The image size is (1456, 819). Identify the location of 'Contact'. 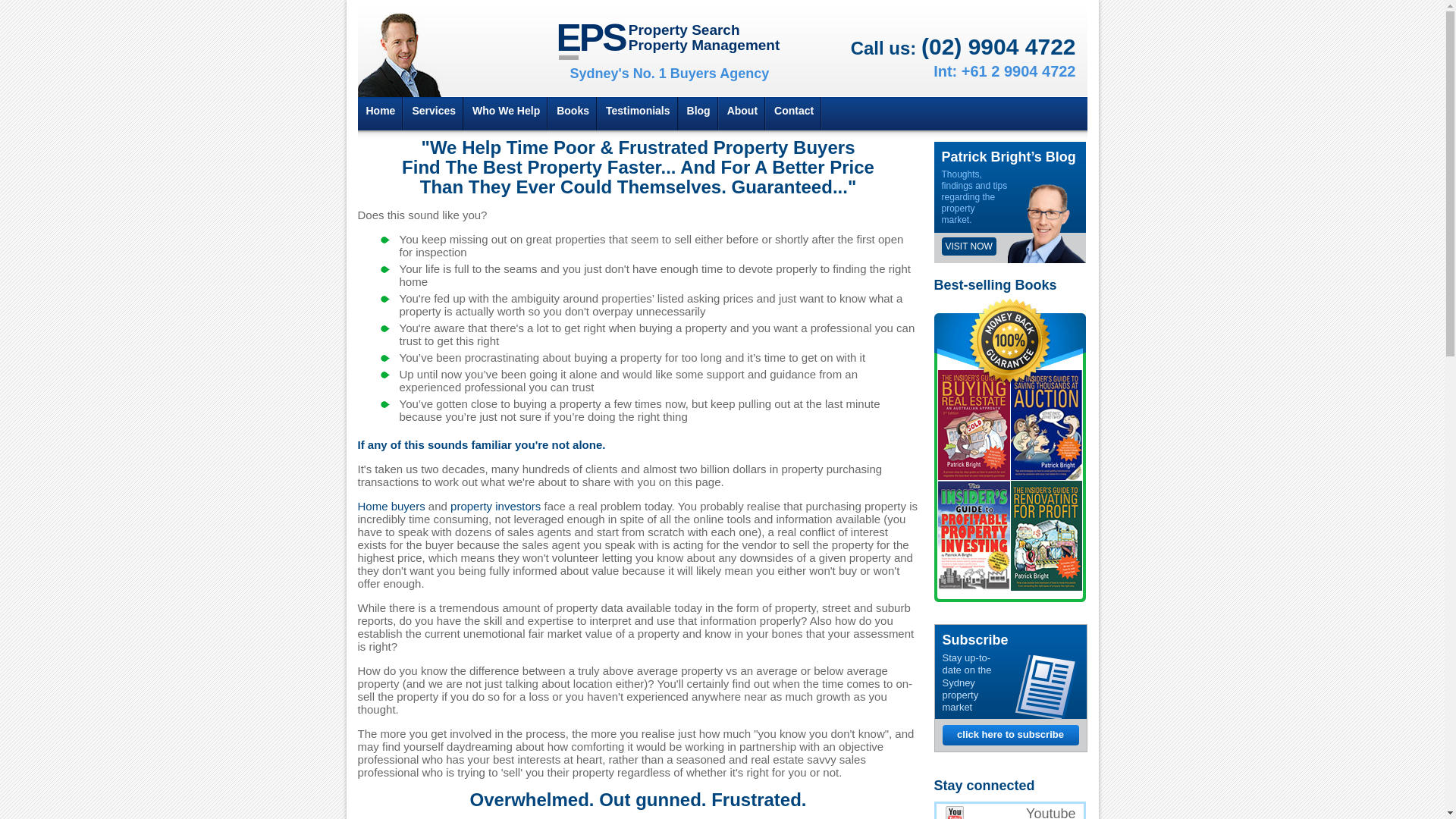
(792, 113).